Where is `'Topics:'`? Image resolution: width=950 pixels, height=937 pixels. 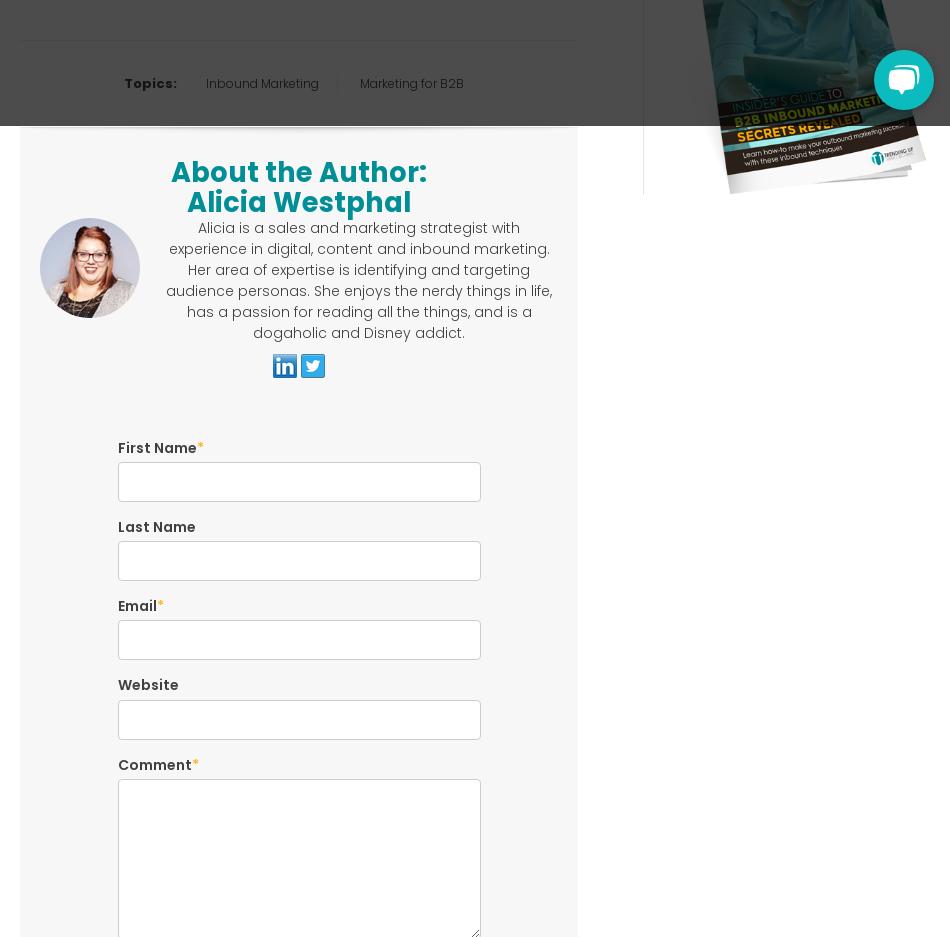 'Topics:' is located at coordinates (150, 82).